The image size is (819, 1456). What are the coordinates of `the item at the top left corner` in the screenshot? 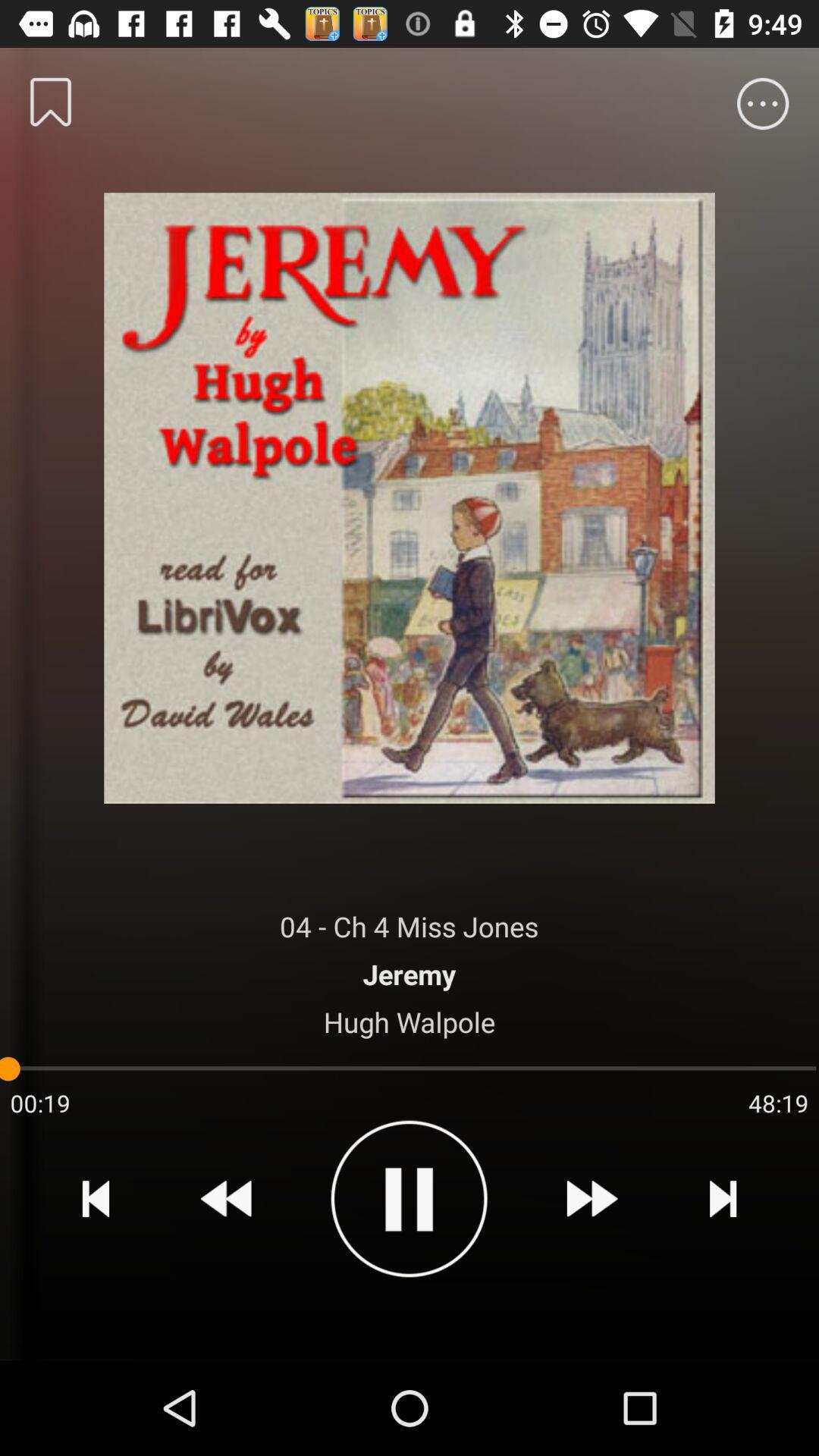 It's located at (50, 101).